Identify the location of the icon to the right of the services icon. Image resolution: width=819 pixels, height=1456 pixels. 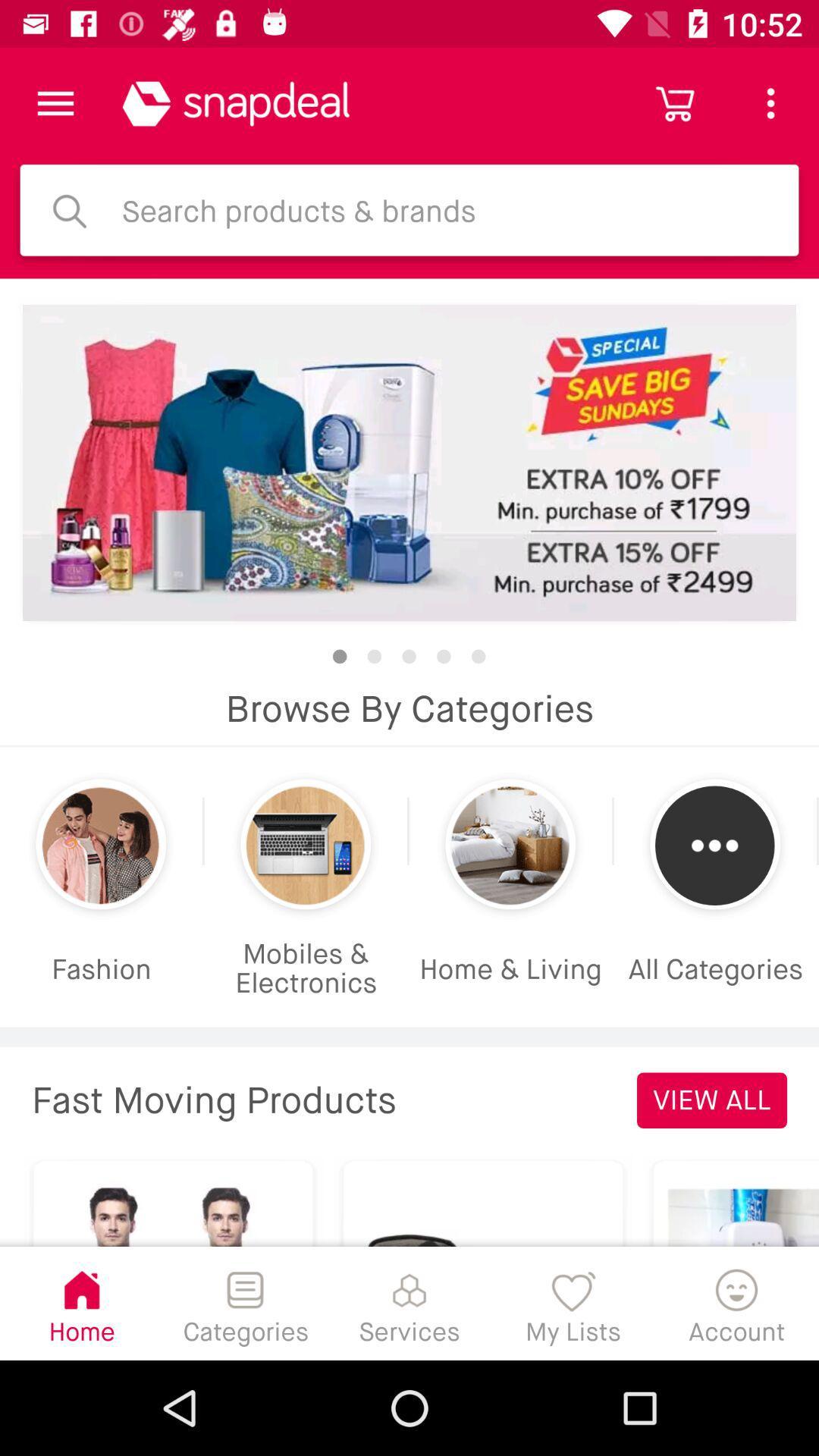
(573, 1302).